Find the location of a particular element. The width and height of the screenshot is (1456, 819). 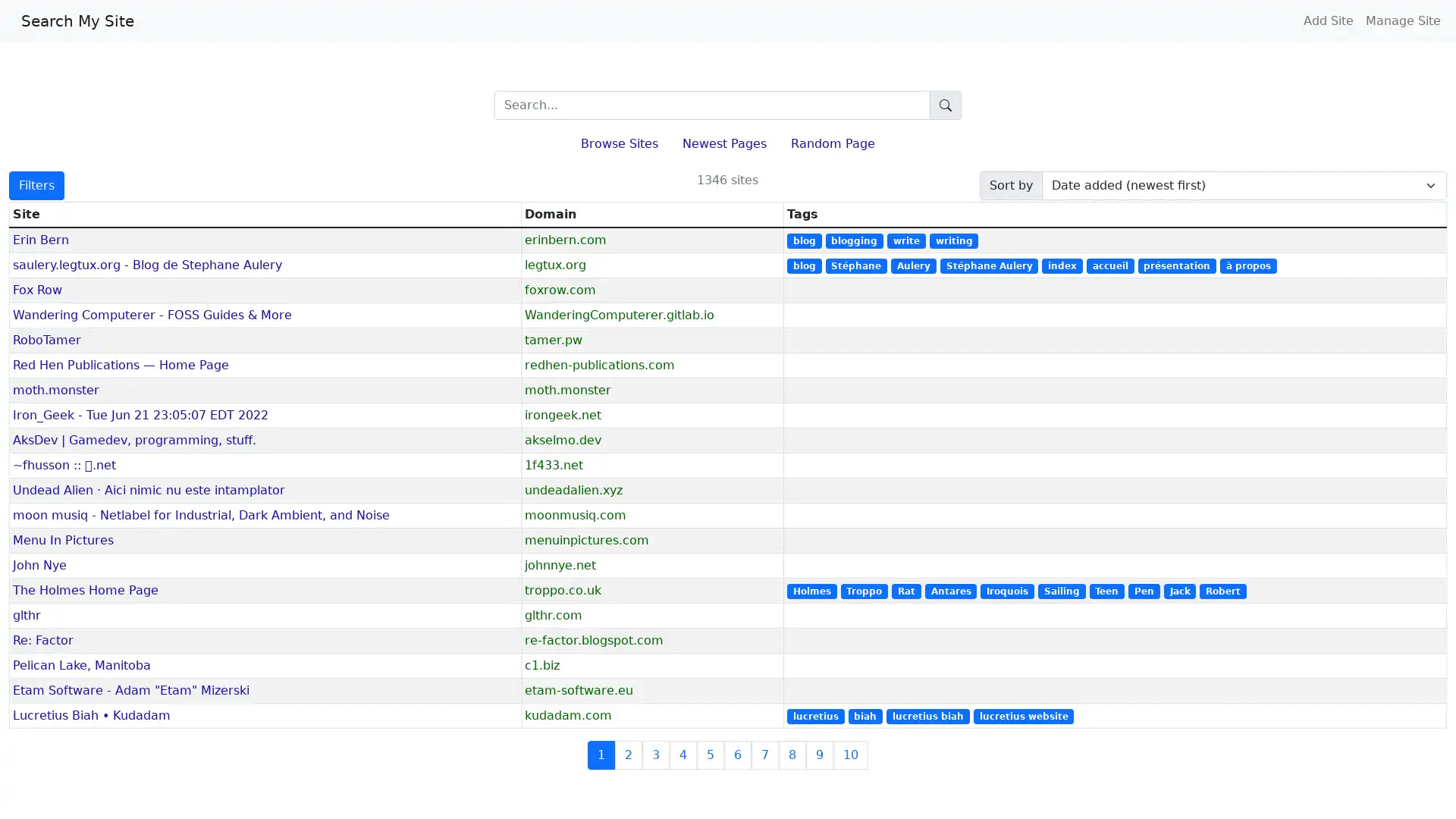

3 is located at coordinates (655, 755).